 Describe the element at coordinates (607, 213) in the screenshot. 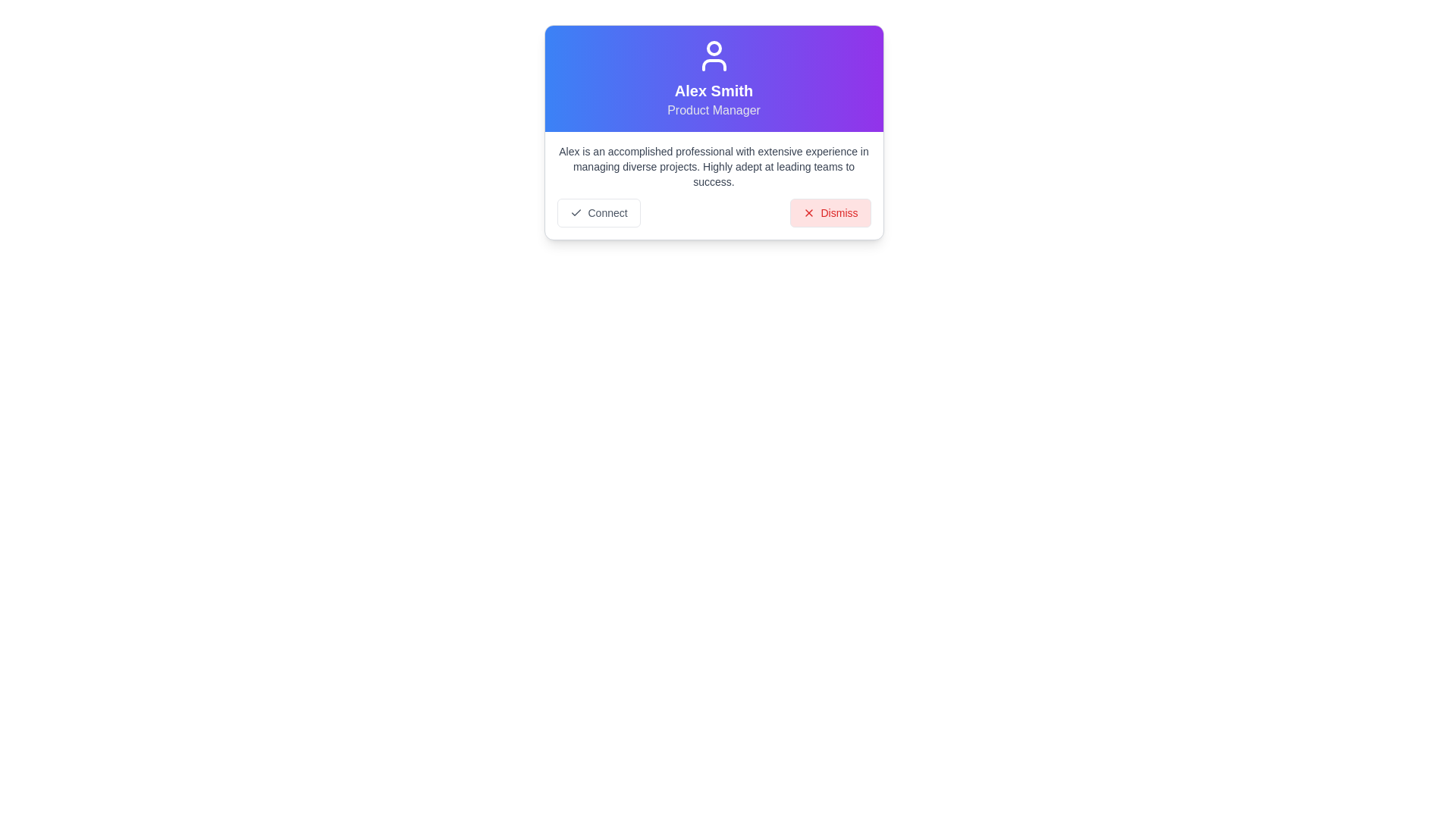

I see `the text label that conveys the action of connecting with the user, located on the left side of the button within the card component` at that location.